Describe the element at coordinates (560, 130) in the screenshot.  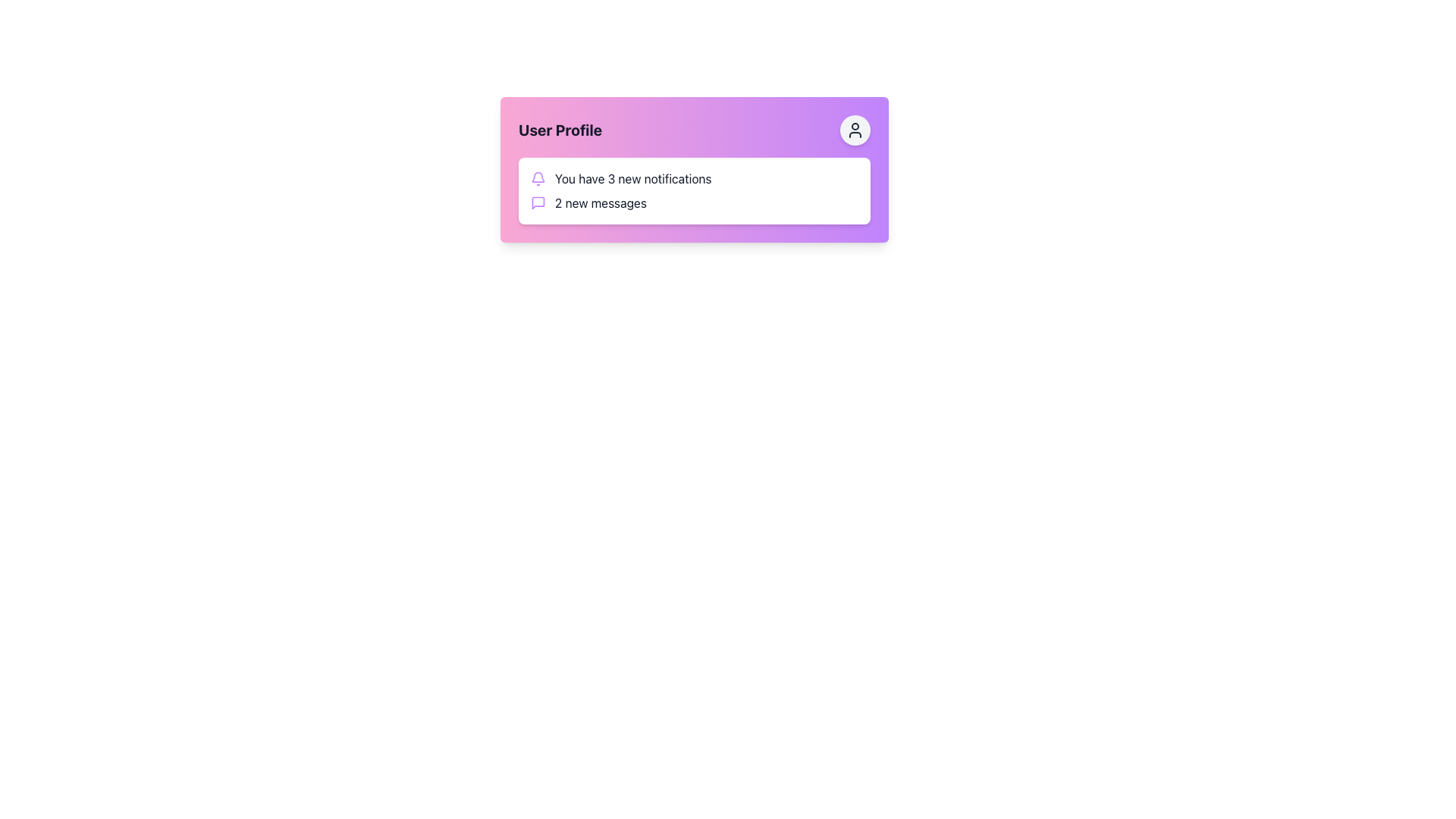
I see `the text label reading 'User Profile', which is styled in a bold and large font with a dark gray color, located at the top left segment of the notification panel` at that location.